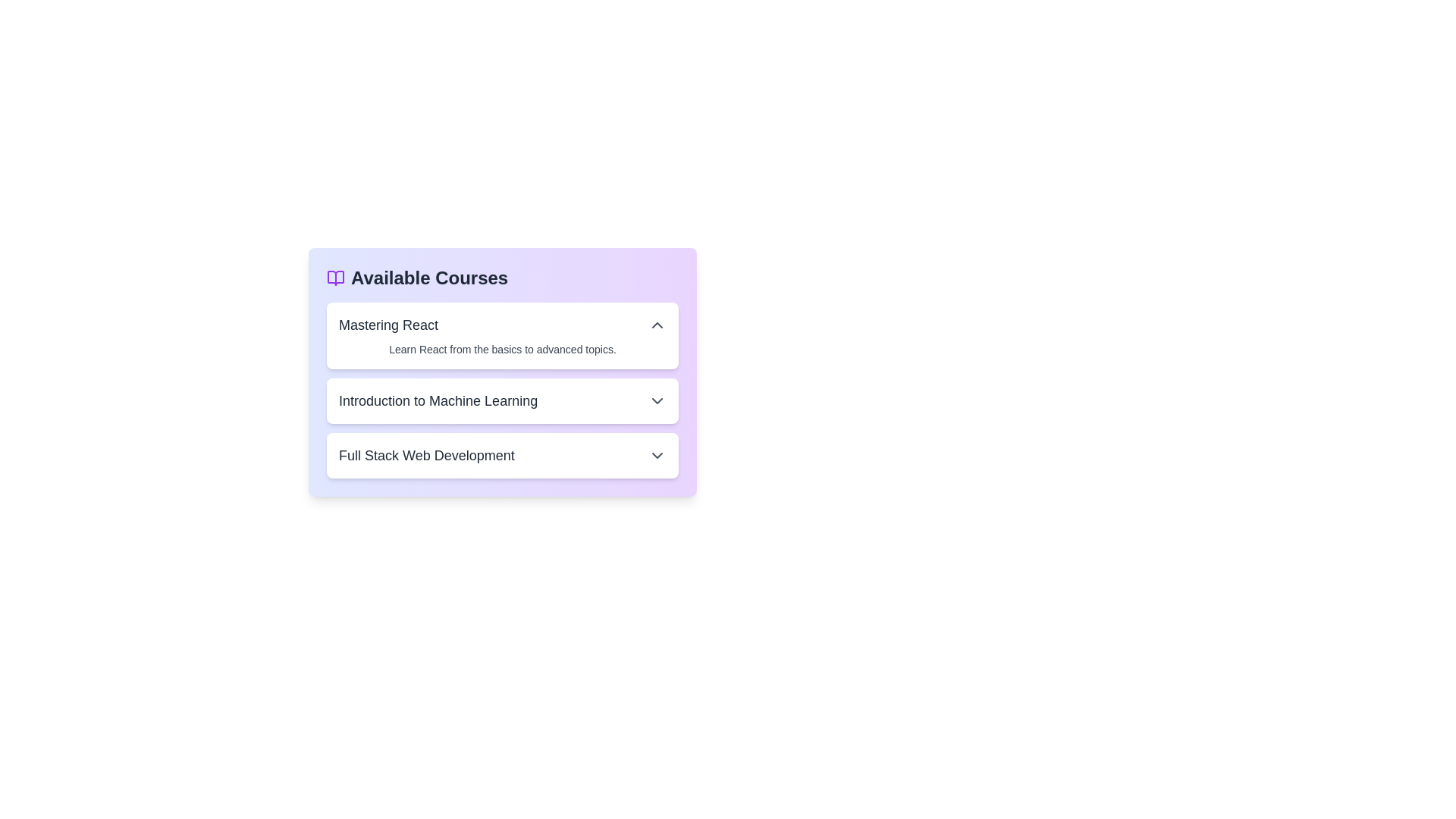 The height and width of the screenshot is (819, 1456). Describe the element at coordinates (502, 335) in the screenshot. I see `the course item titled Mastering React` at that location.